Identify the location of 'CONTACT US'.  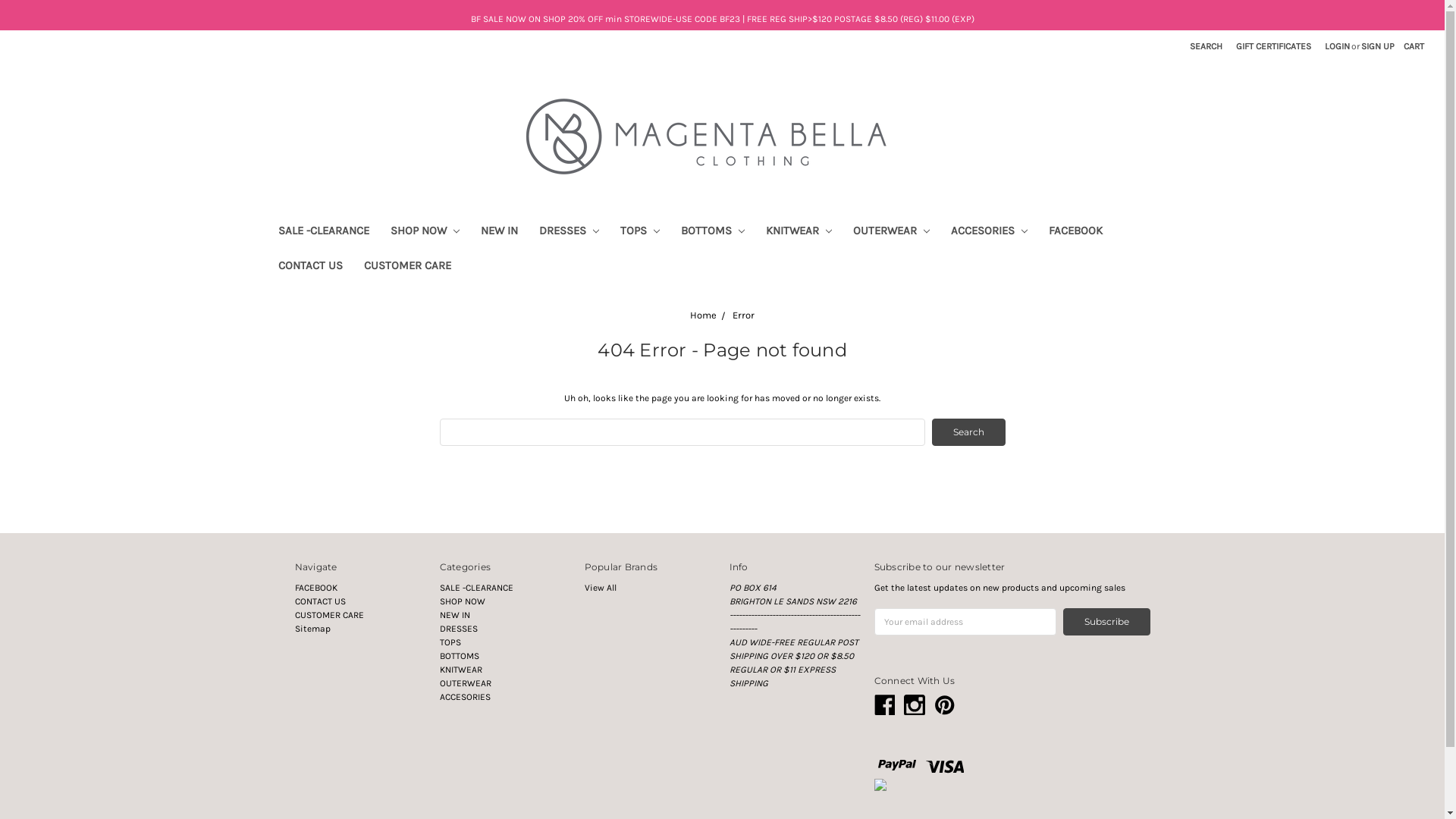
(266, 267).